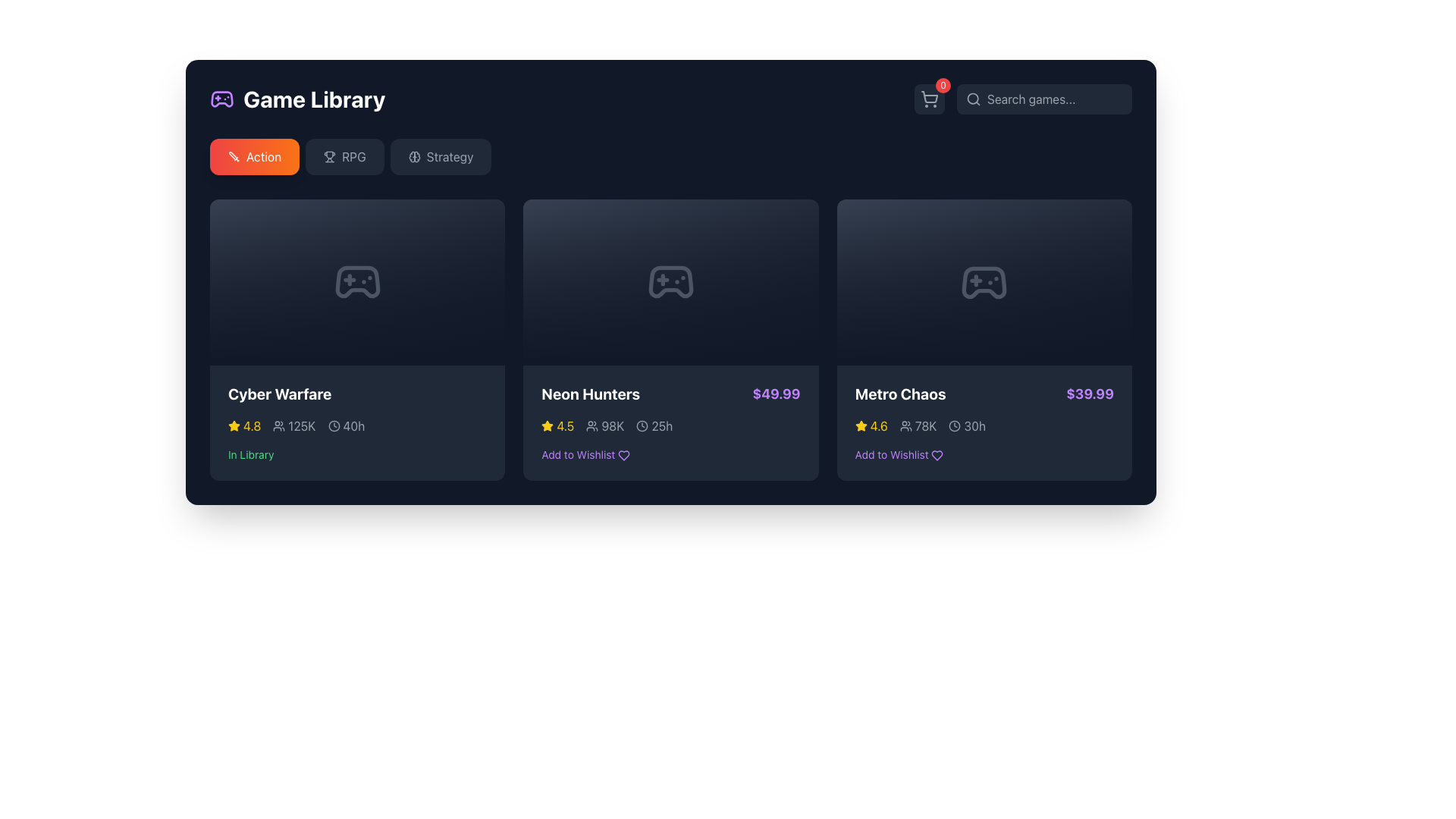 The width and height of the screenshot is (1456, 819). What do you see at coordinates (984, 426) in the screenshot?
I see `the Information display group for the game 'Metro Chaos', which contains a yellow star symbol, a gray person icon, and a gray clock icon, located in the bottom-right corner of the game card` at bounding box center [984, 426].